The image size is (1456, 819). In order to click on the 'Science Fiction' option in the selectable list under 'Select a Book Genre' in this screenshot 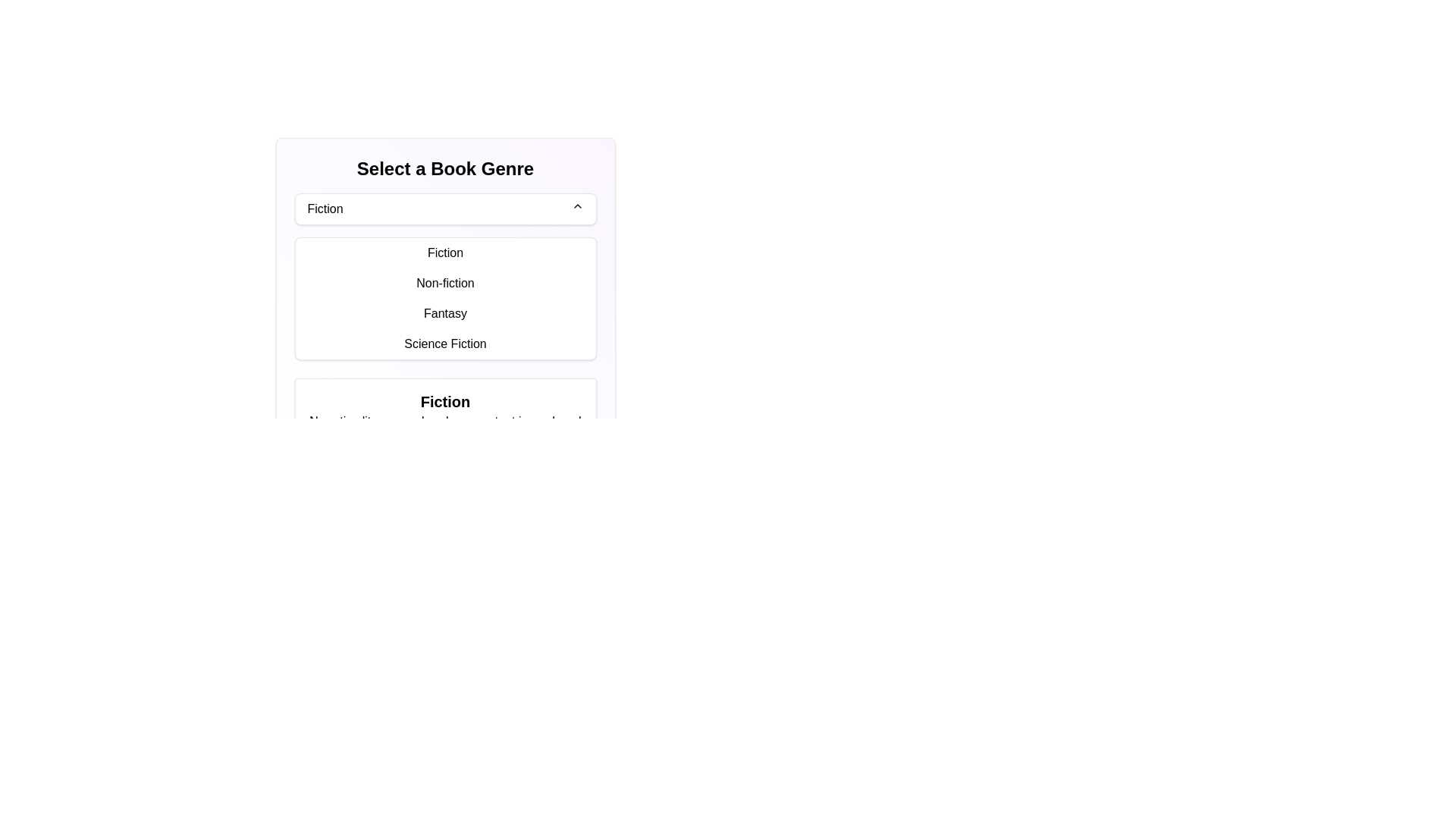, I will do `click(444, 344)`.